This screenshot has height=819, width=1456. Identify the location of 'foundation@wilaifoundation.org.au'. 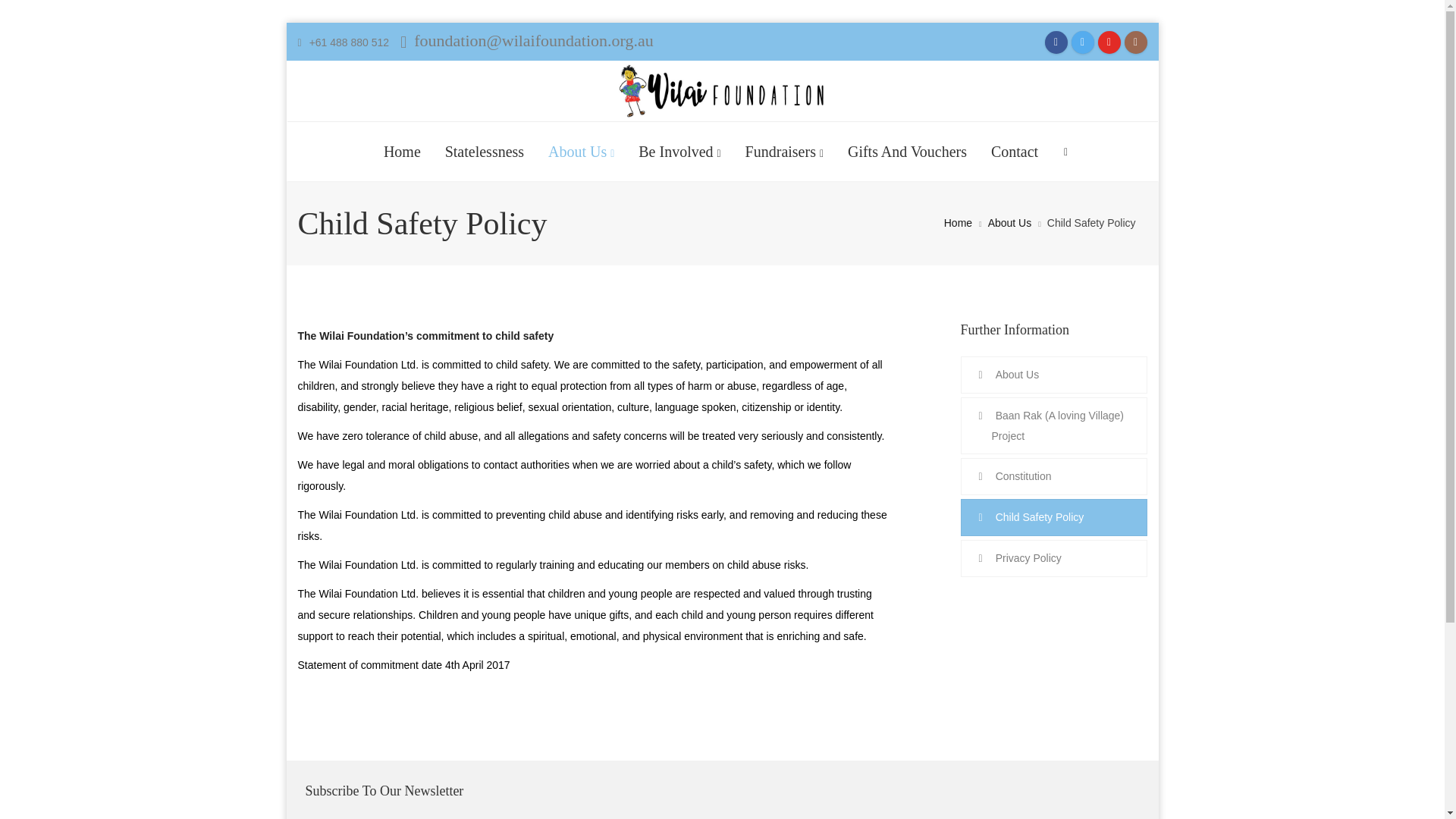
(527, 39).